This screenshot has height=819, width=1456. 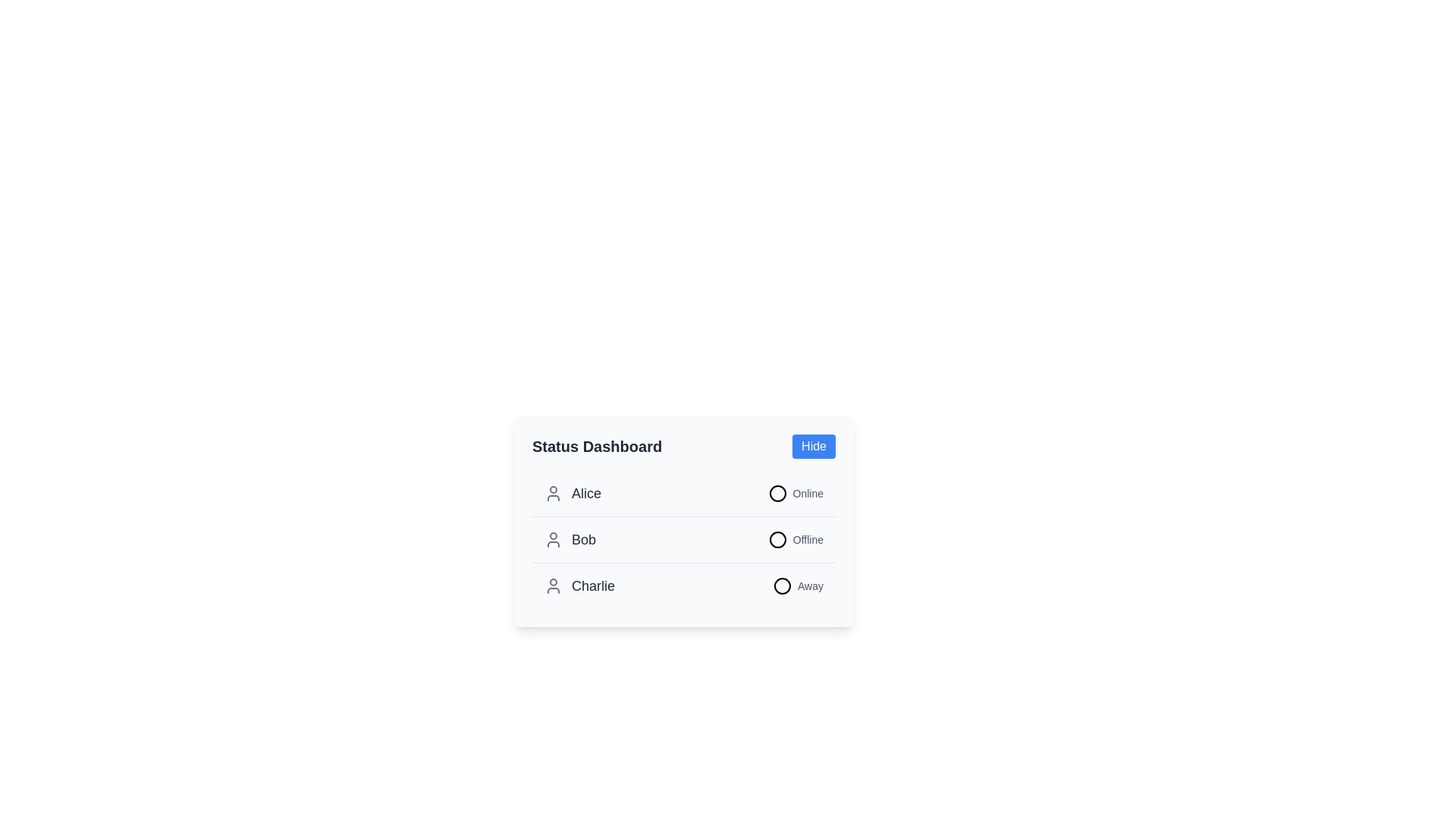 What do you see at coordinates (783, 585) in the screenshot?
I see `the circular status indicator located to the right of the 'Charlie' label, which is the third indicator in a vertical list of similar elements` at bounding box center [783, 585].